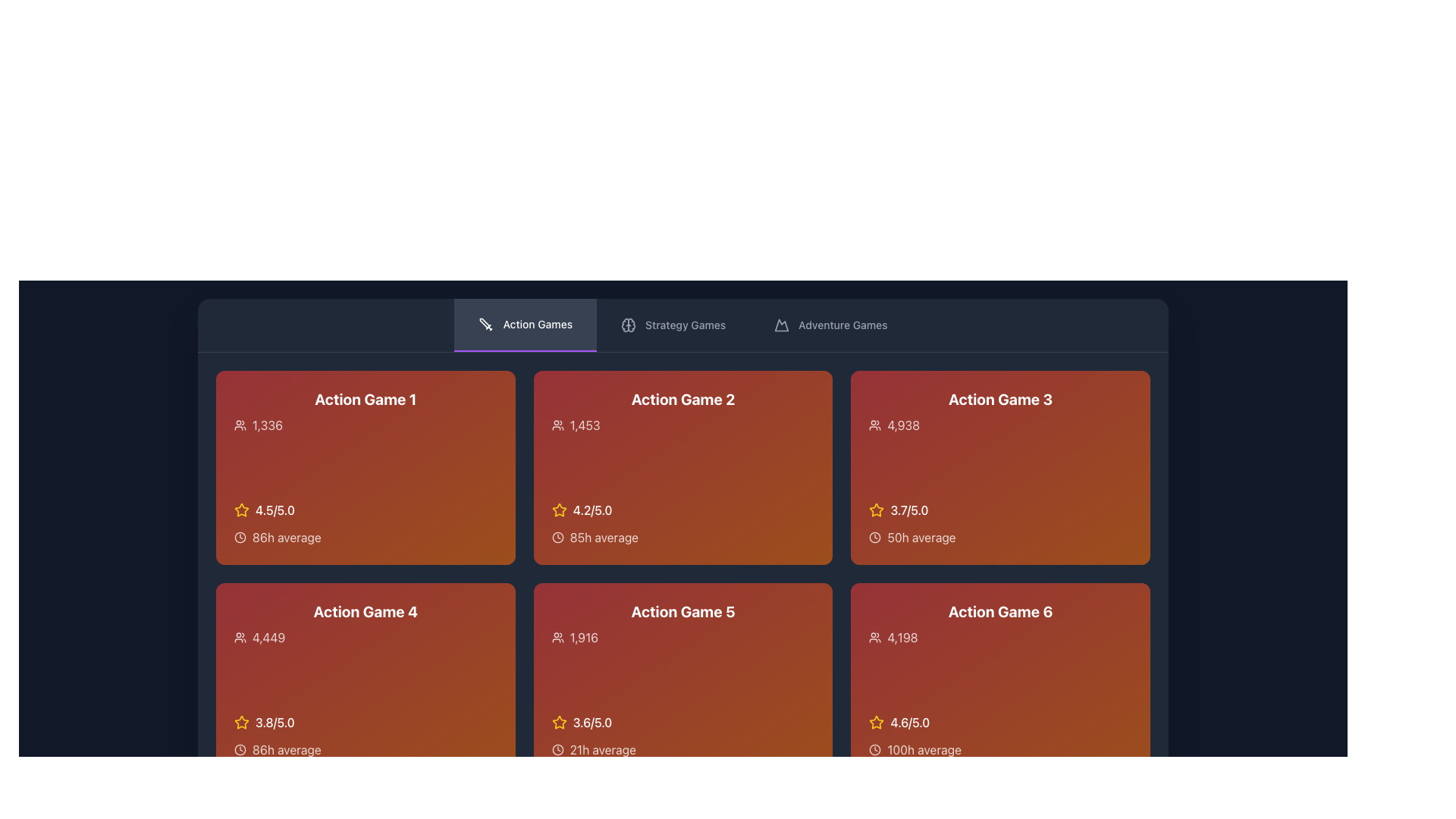 The width and height of the screenshot is (1456, 819). Describe the element at coordinates (239, 425) in the screenshot. I see `the user information icon located in the top-left corner of the first game card, next to the numeric label '1,336'` at that location.